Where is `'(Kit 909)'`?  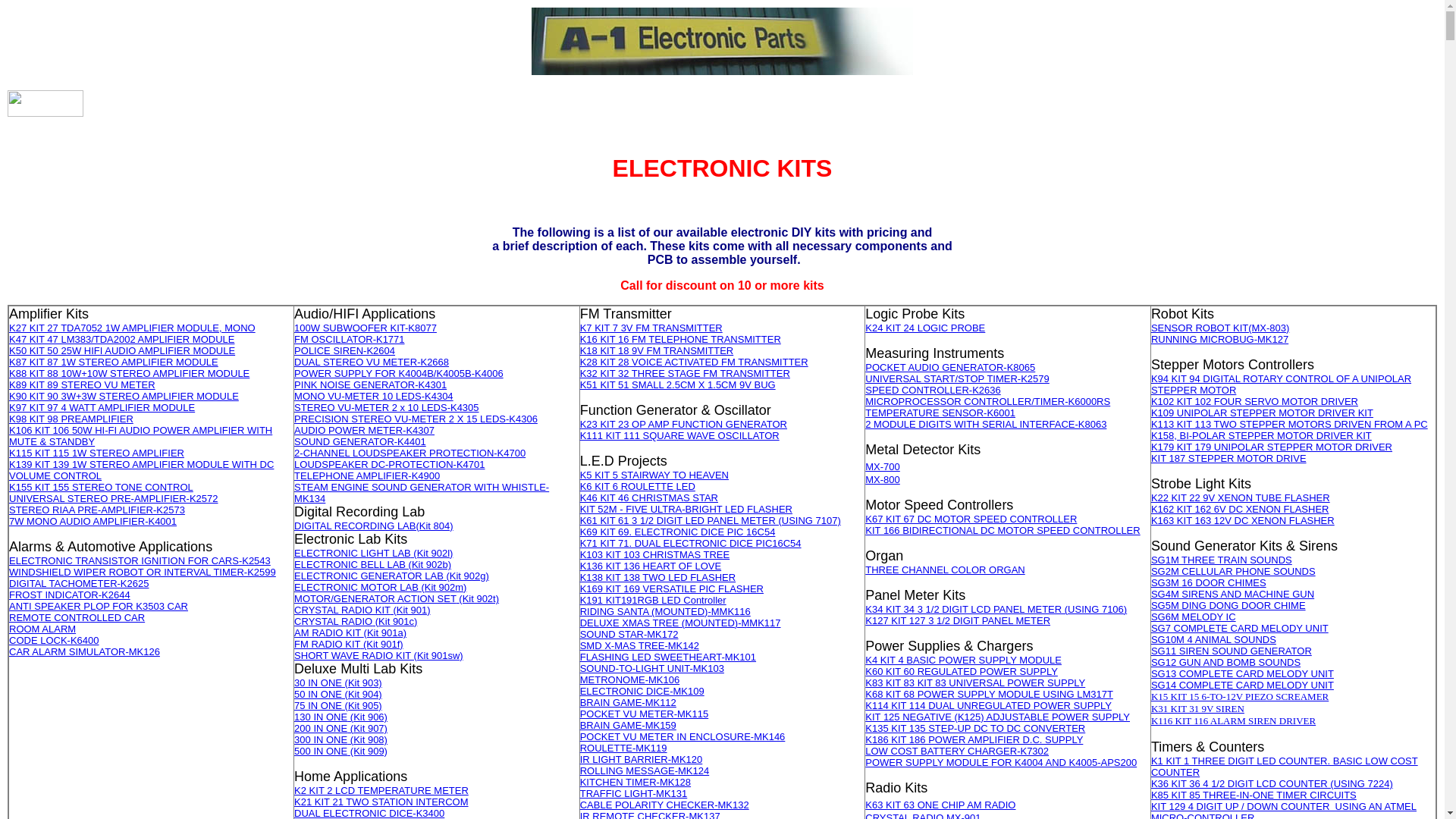 '(Kit 909)' is located at coordinates (367, 749).